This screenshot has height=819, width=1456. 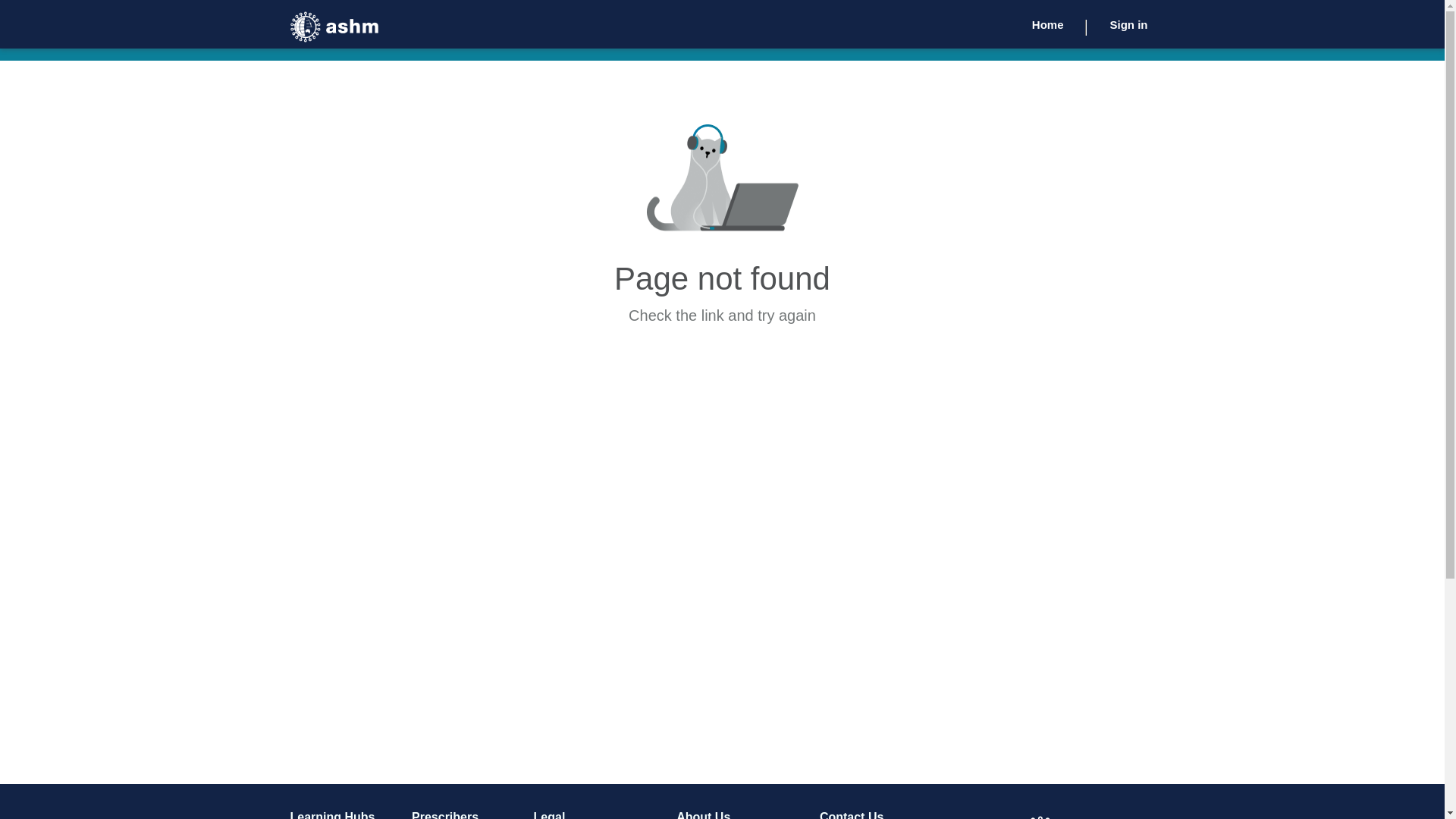 What do you see at coordinates (1047, 24) in the screenshot?
I see `'Home'` at bounding box center [1047, 24].